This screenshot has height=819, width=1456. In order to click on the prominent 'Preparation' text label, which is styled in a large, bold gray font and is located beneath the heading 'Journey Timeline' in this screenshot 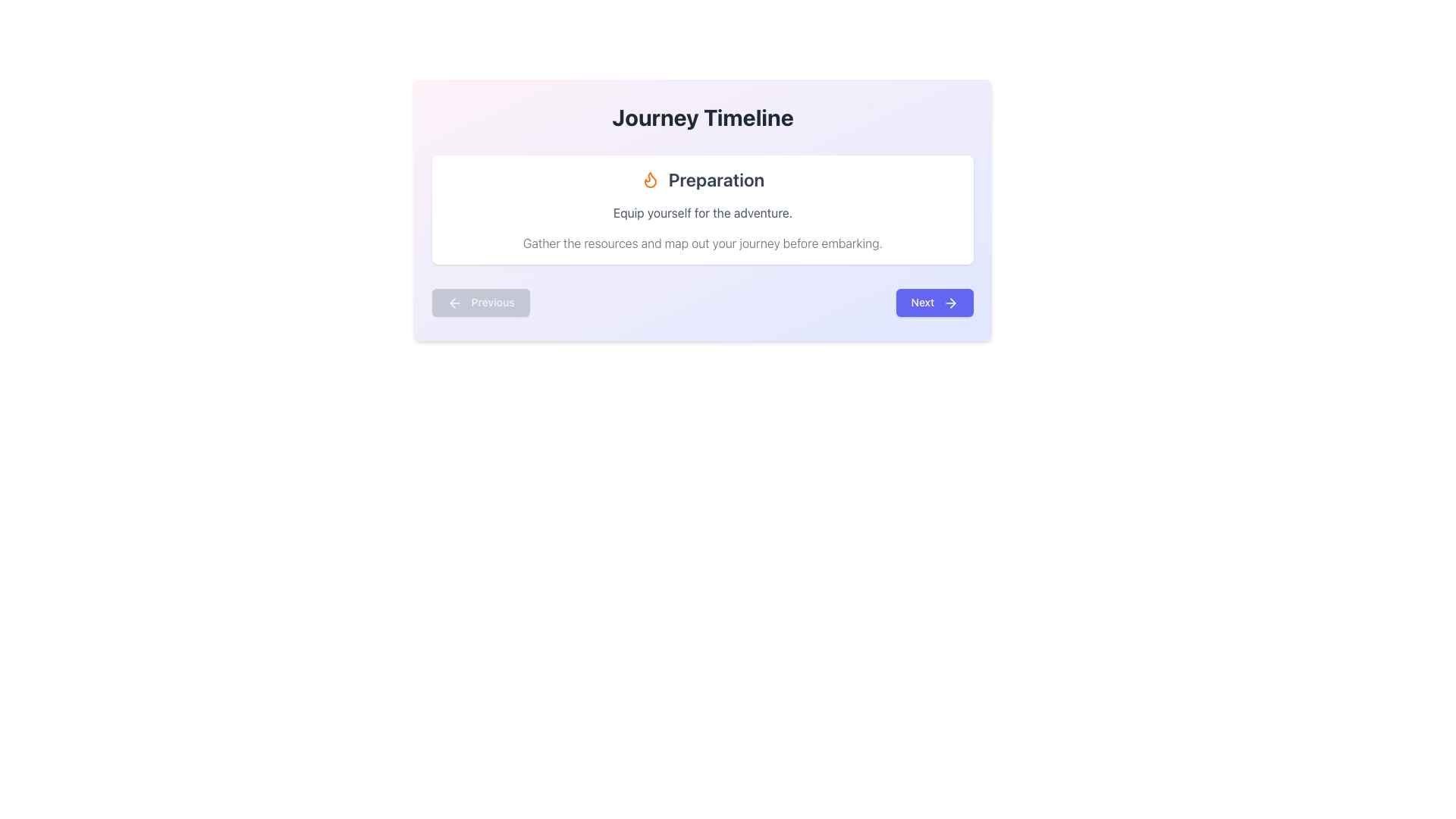, I will do `click(716, 178)`.